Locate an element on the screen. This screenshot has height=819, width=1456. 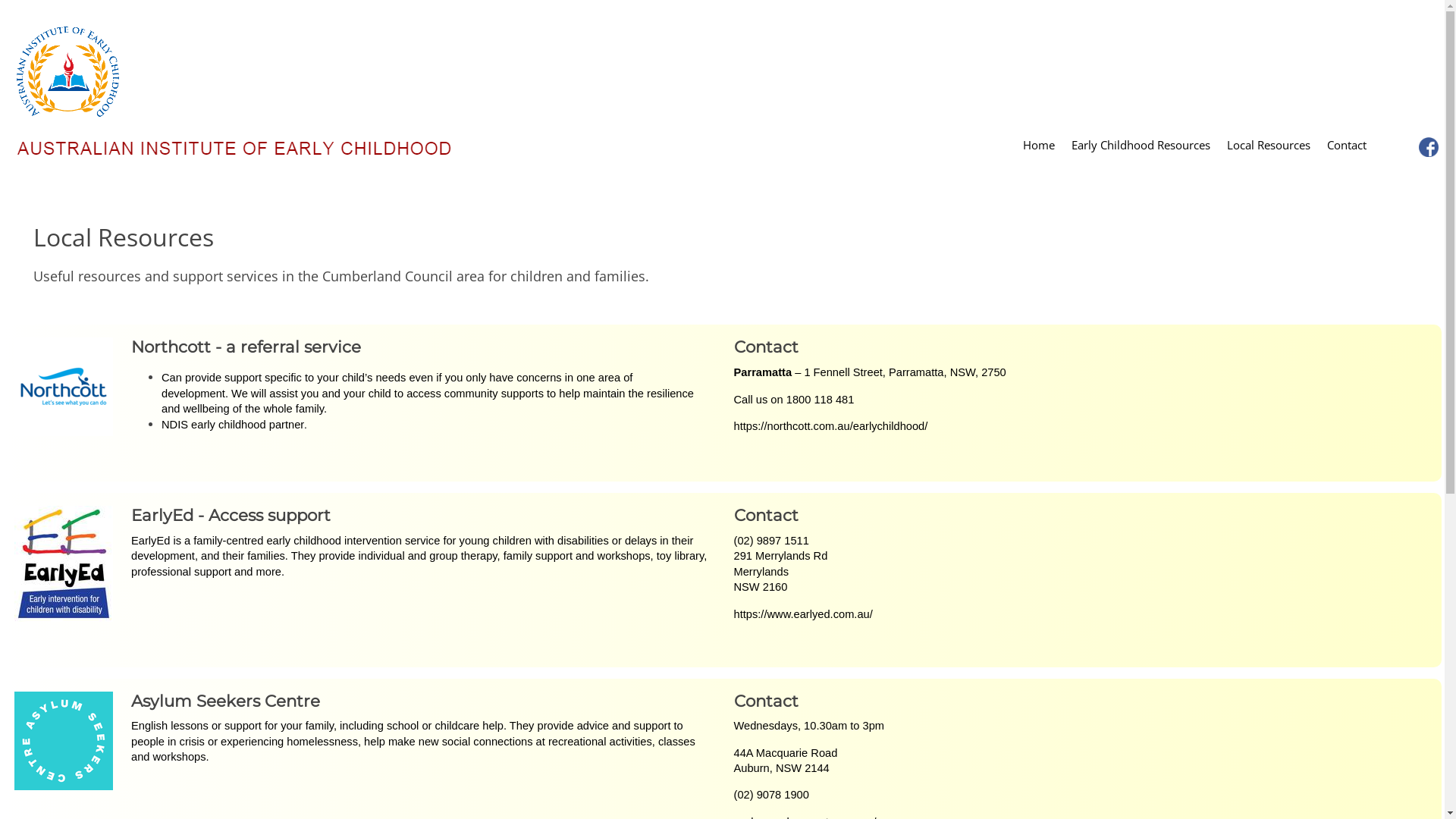
'NDIS early childhood partner' is located at coordinates (232, 424).